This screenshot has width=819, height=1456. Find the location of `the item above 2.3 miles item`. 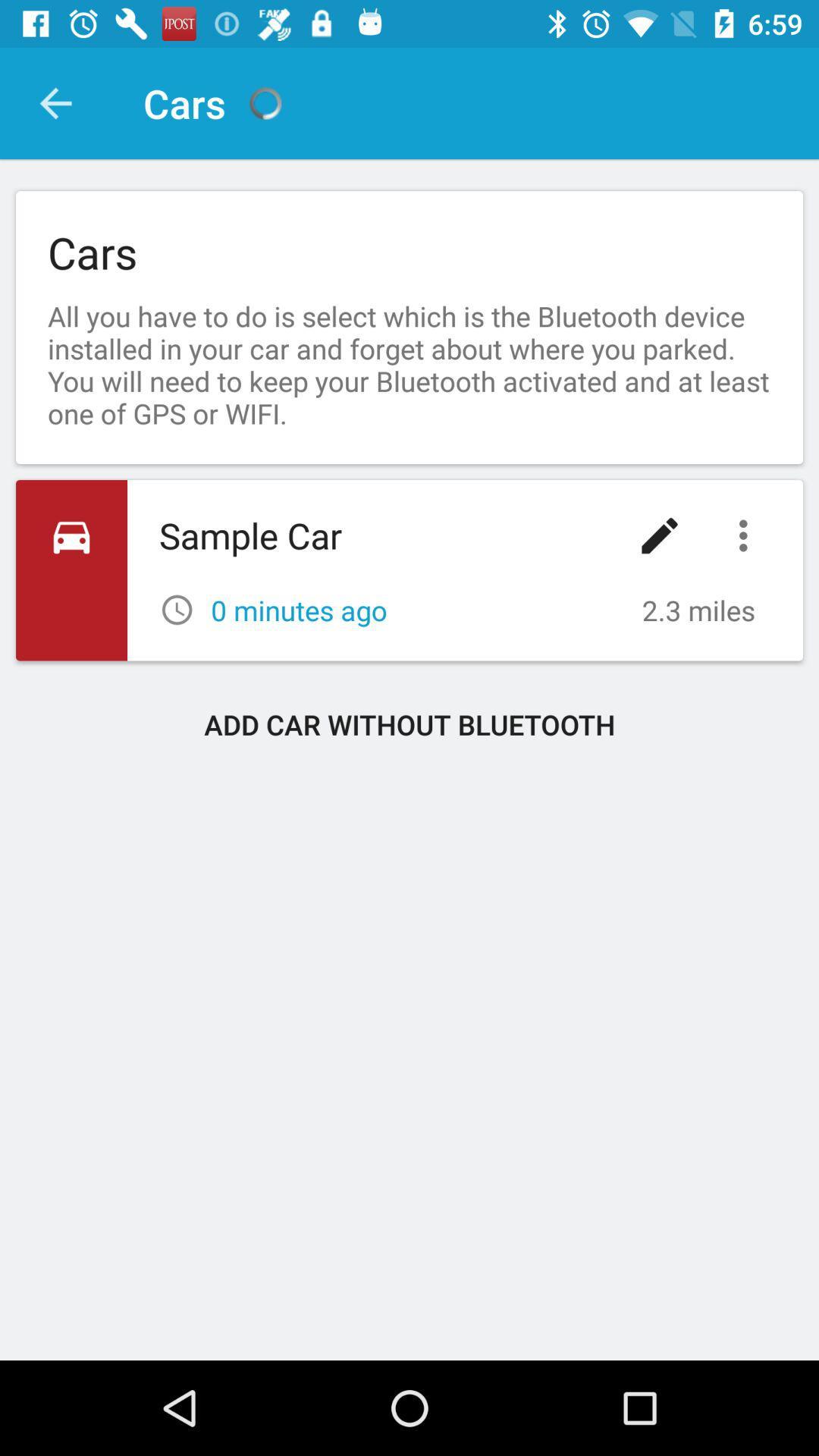

the item above 2.3 miles item is located at coordinates (746, 535).